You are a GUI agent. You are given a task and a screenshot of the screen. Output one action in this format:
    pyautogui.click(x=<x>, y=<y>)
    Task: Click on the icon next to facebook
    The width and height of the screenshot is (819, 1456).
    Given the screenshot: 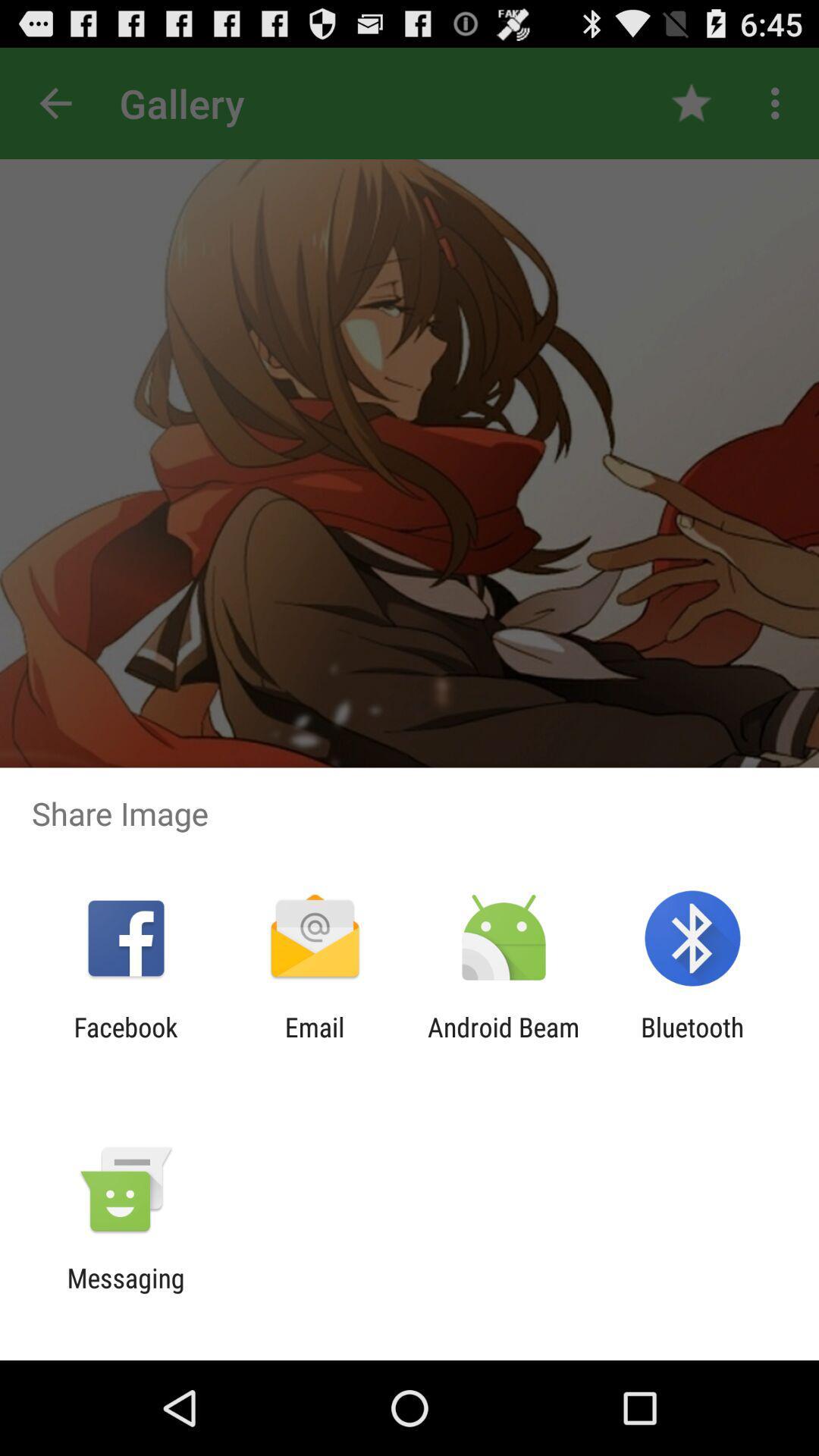 What is the action you would take?
    pyautogui.click(x=314, y=1042)
    